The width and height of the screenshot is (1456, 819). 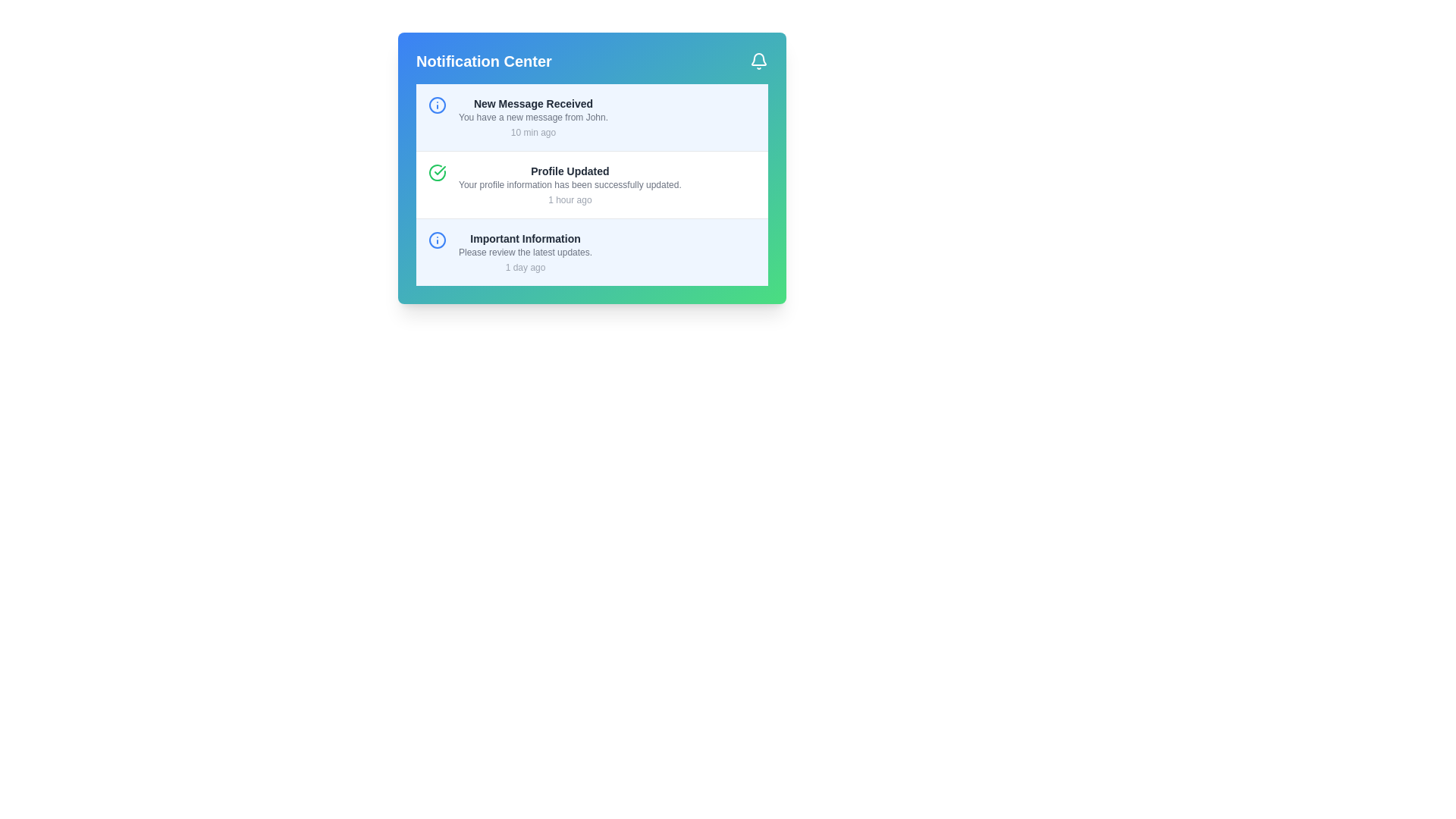 I want to click on the notification icon button located at the top-right corner of the 'Notification Center' card, so click(x=759, y=61).